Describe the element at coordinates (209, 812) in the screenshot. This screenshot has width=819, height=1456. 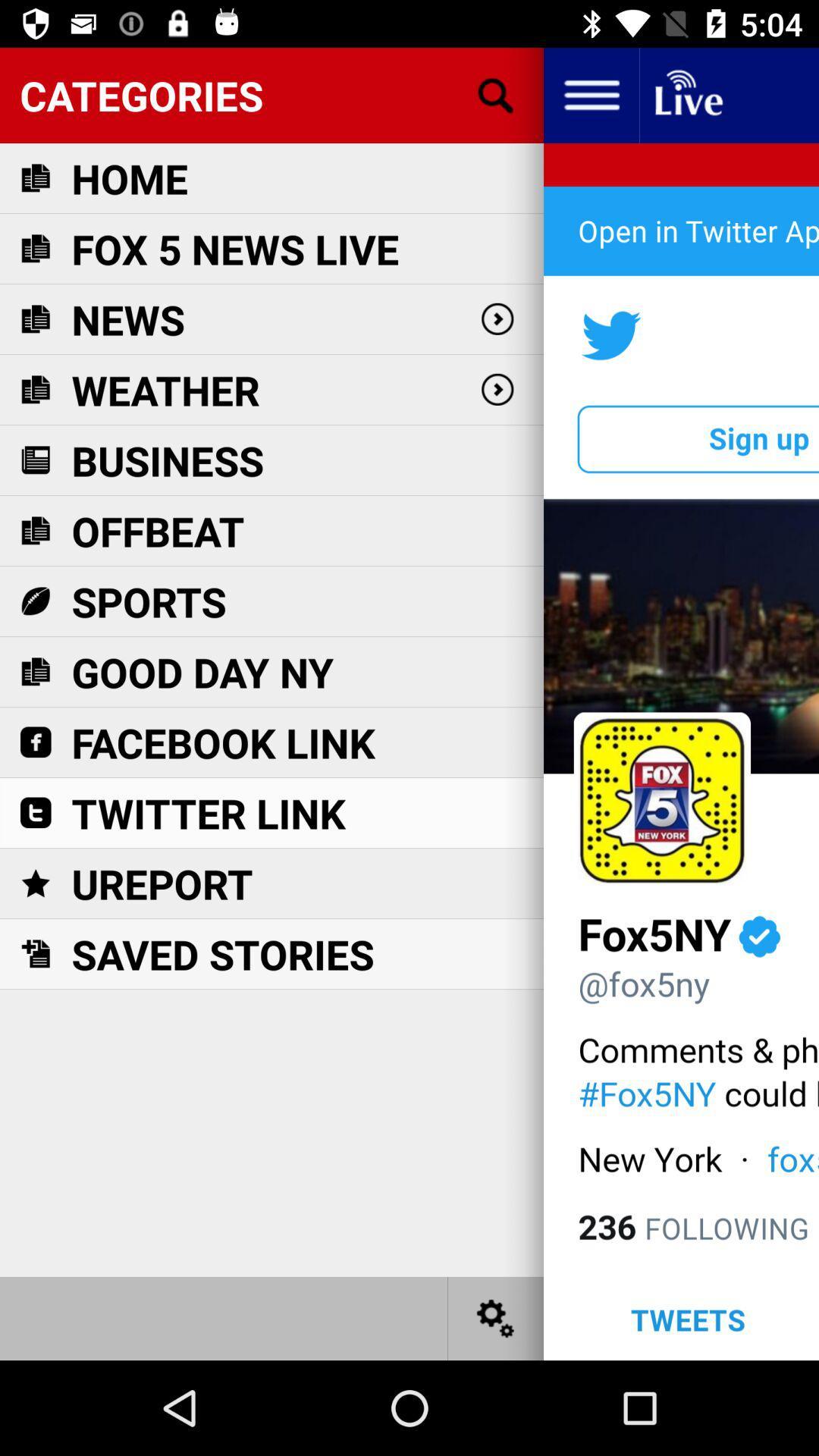
I see `the twitter link icon` at that location.